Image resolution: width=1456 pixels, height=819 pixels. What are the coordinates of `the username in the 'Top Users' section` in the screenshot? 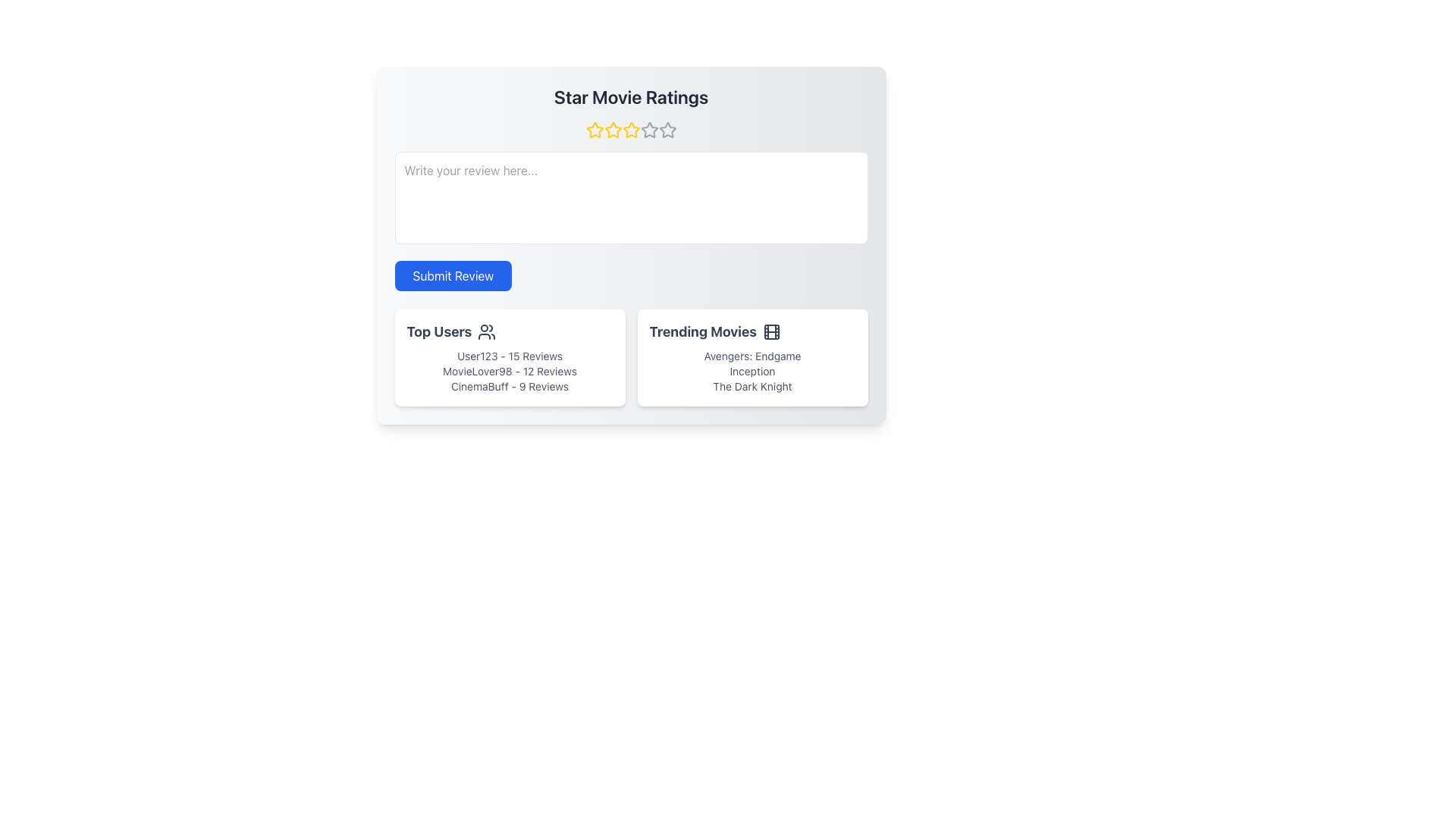 It's located at (510, 356).